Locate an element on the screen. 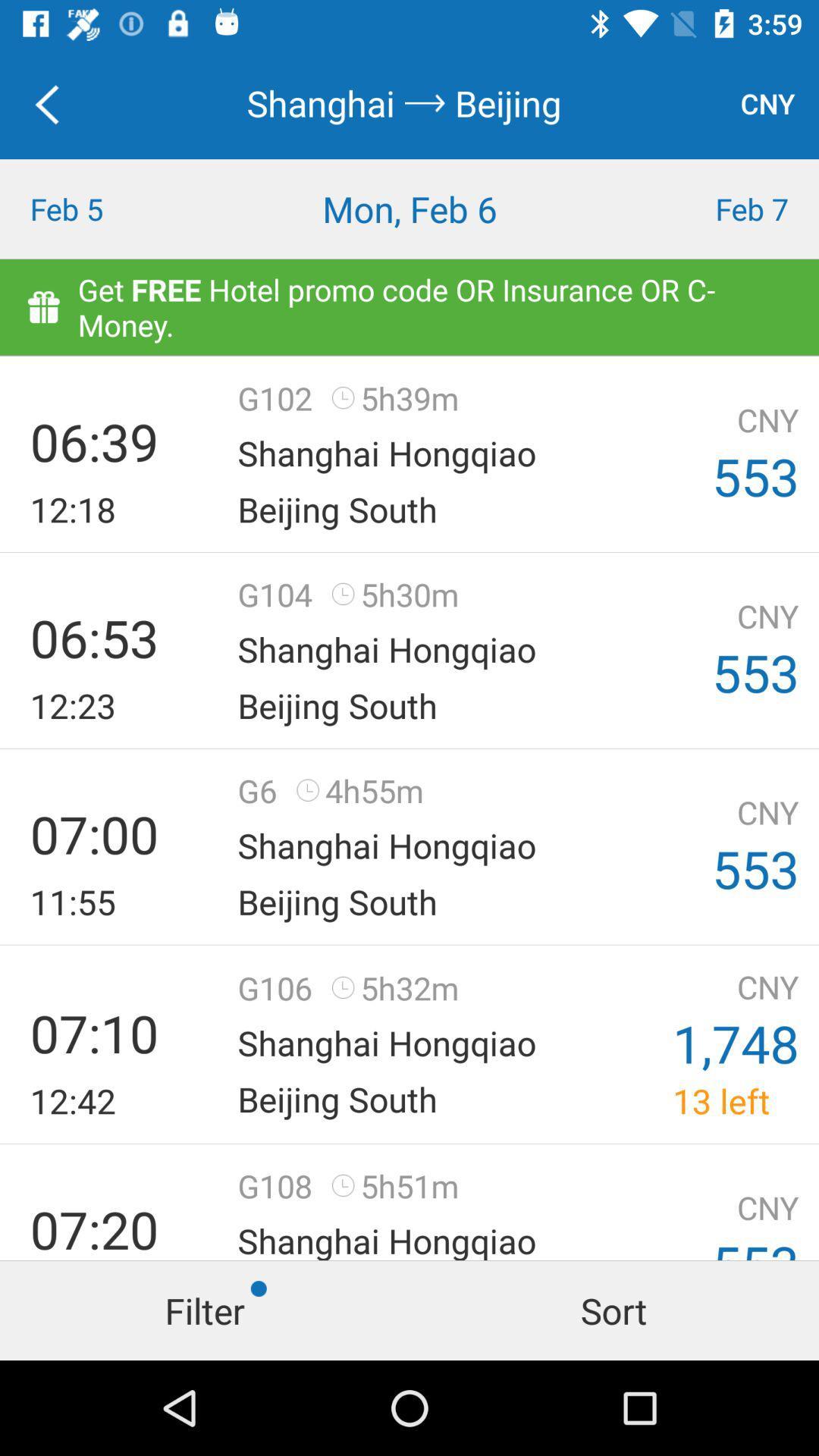 This screenshot has width=819, height=1456. icon above the feb 5 is located at coordinates (55, 102).